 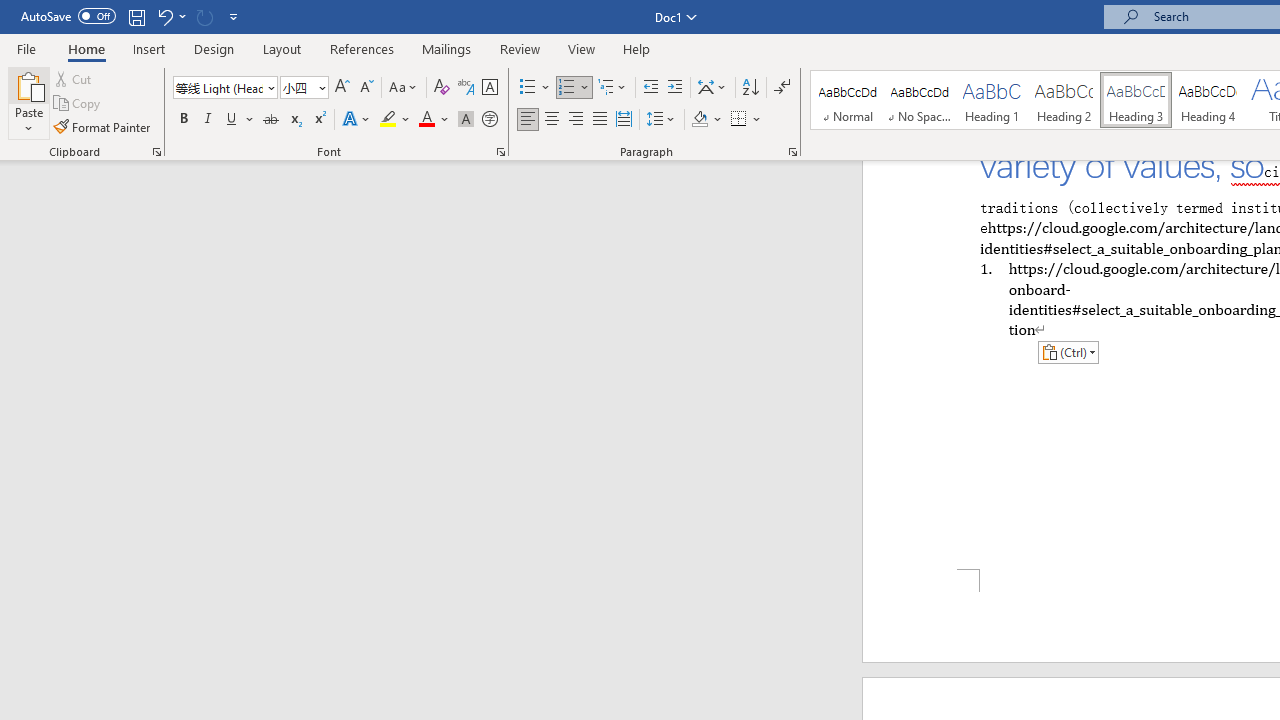 What do you see at coordinates (489, 86) in the screenshot?
I see `'Character Border'` at bounding box center [489, 86].